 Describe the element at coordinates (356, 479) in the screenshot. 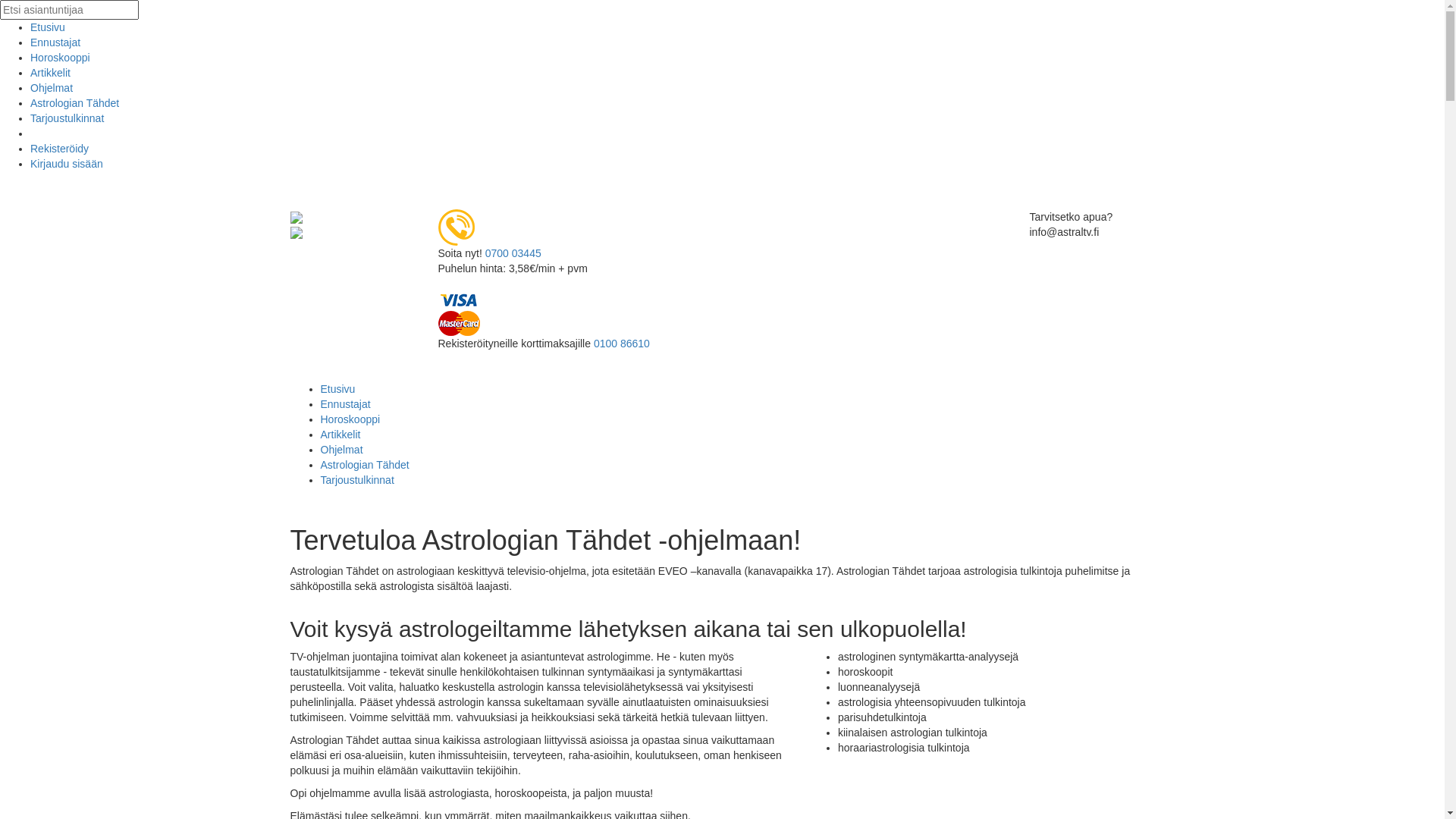

I see `'Tarjoustulkinnat'` at that location.